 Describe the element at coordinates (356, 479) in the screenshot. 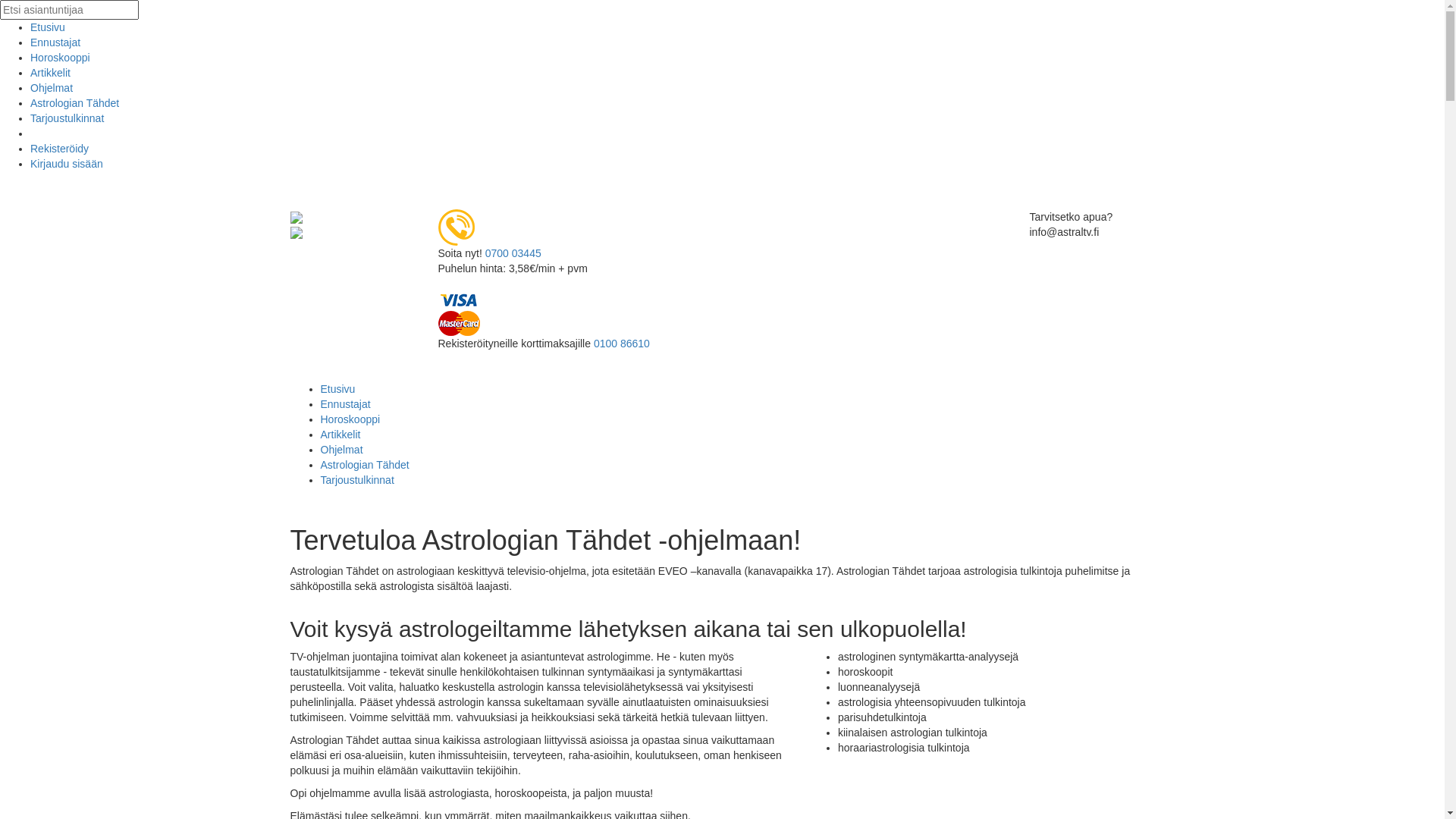

I see `'Tarjoustulkinnat'` at that location.